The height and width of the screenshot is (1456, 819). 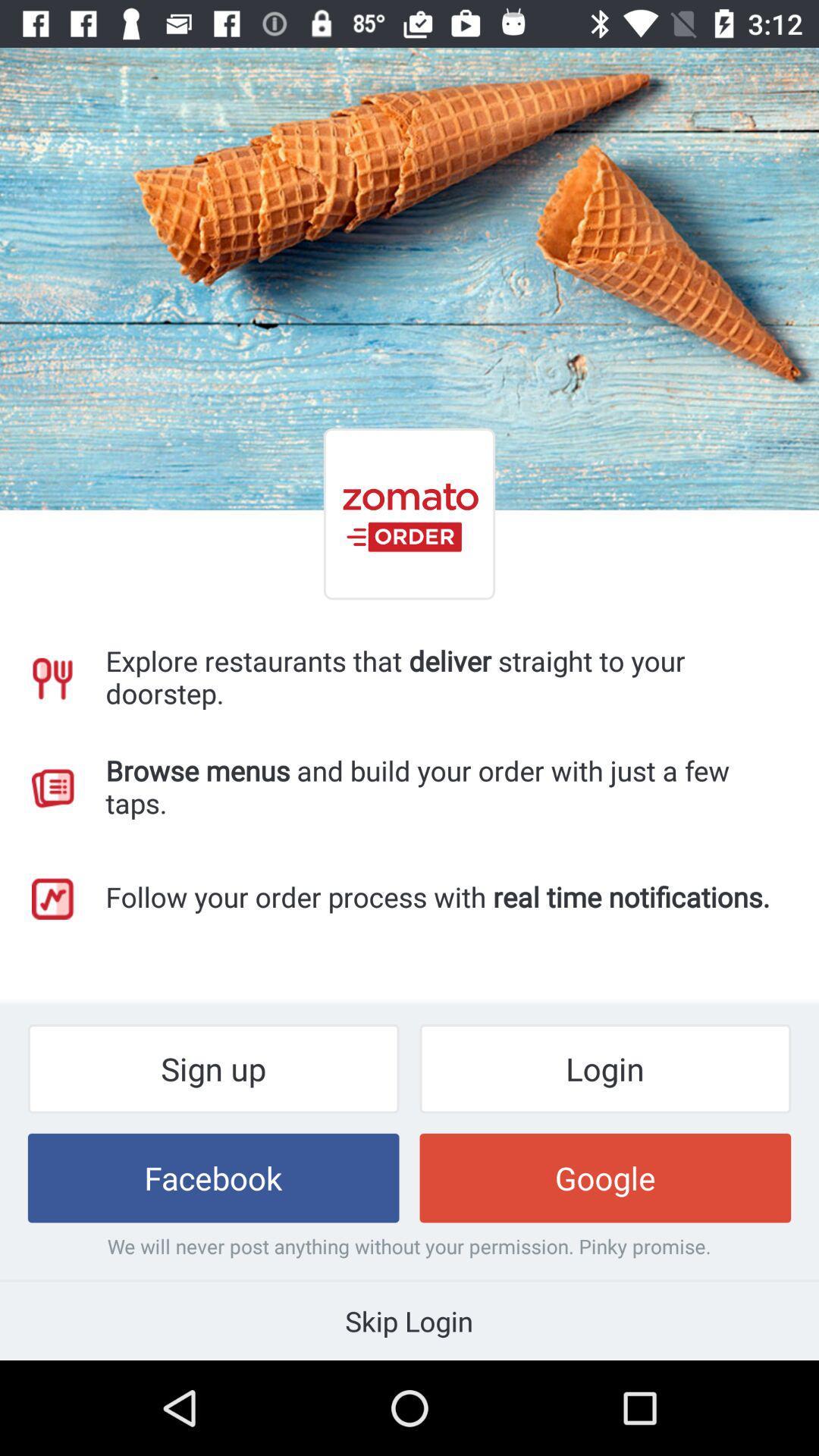 What do you see at coordinates (213, 1177) in the screenshot?
I see `the item next to google icon` at bounding box center [213, 1177].